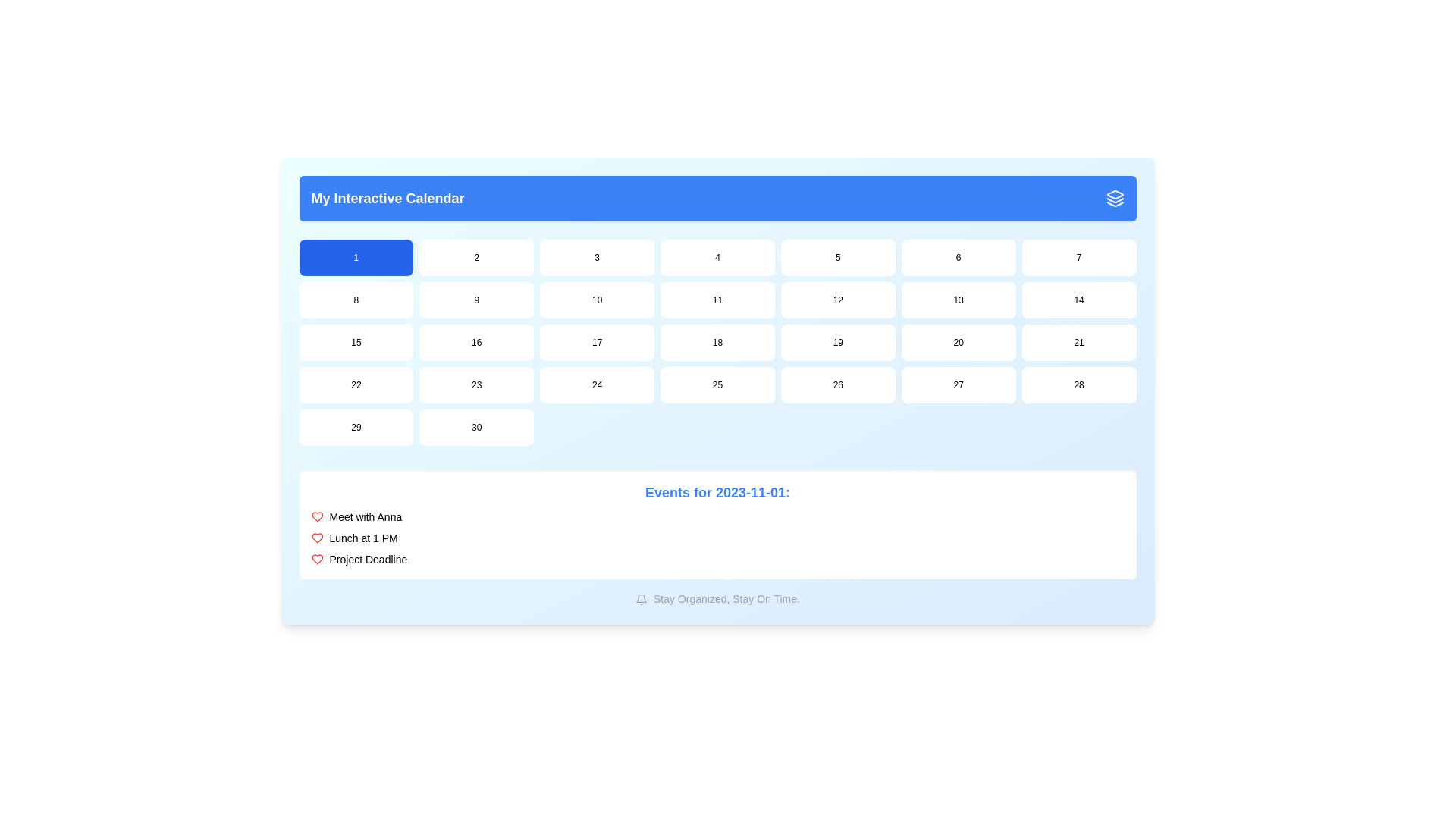 The width and height of the screenshot is (1456, 819). What do you see at coordinates (957, 256) in the screenshot?
I see `the interactive button located in the first row and sixth column of the calendar grid` at bounding box center [957, 256].